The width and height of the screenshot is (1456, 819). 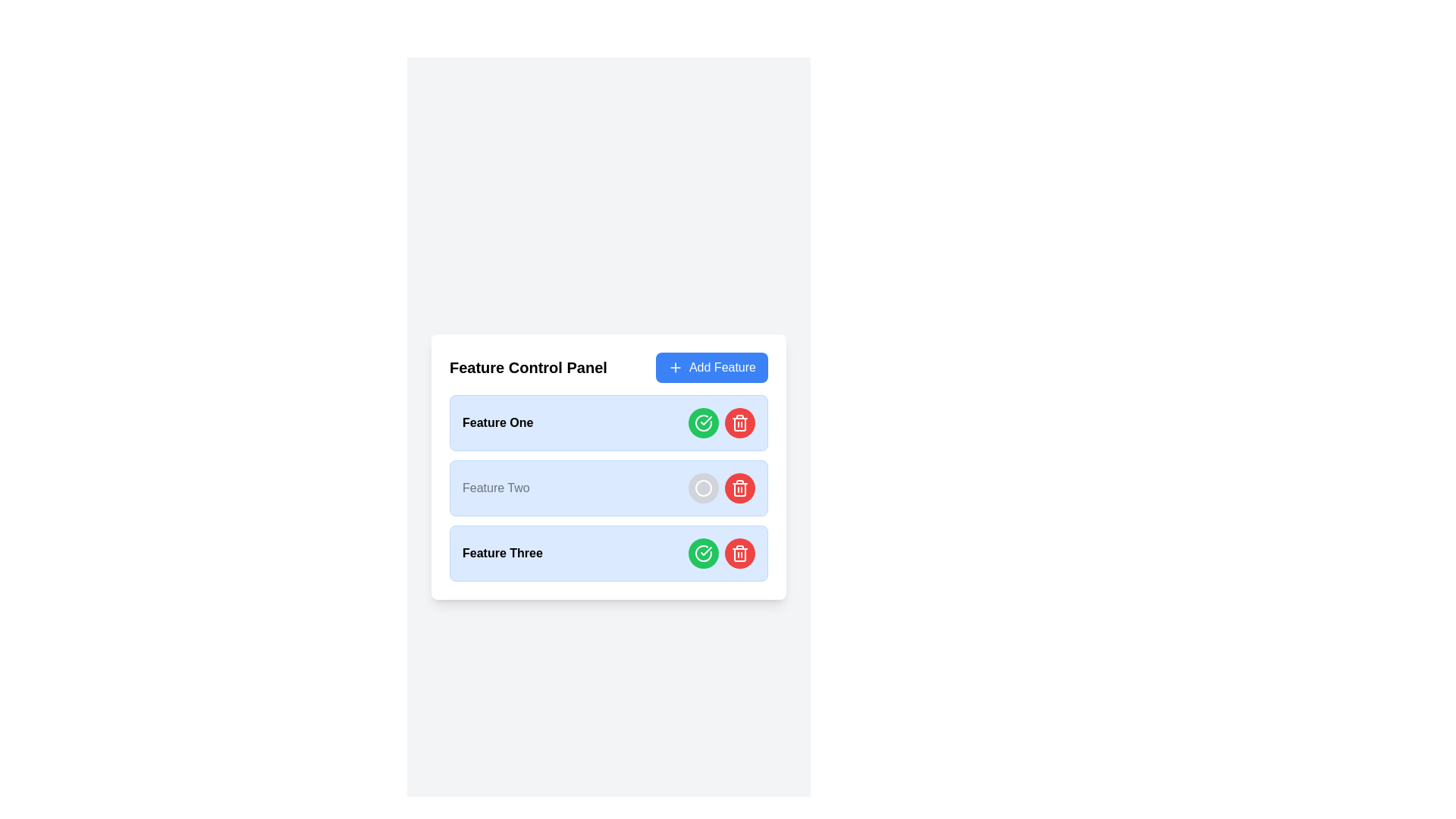 What do you see at coordinates (711, 368) in the screenshot?
I see `the 'Add Feature' button located at the far right of the 'Feature Control Panel' section to observe the hover effect` at bounding box center [711, 368].